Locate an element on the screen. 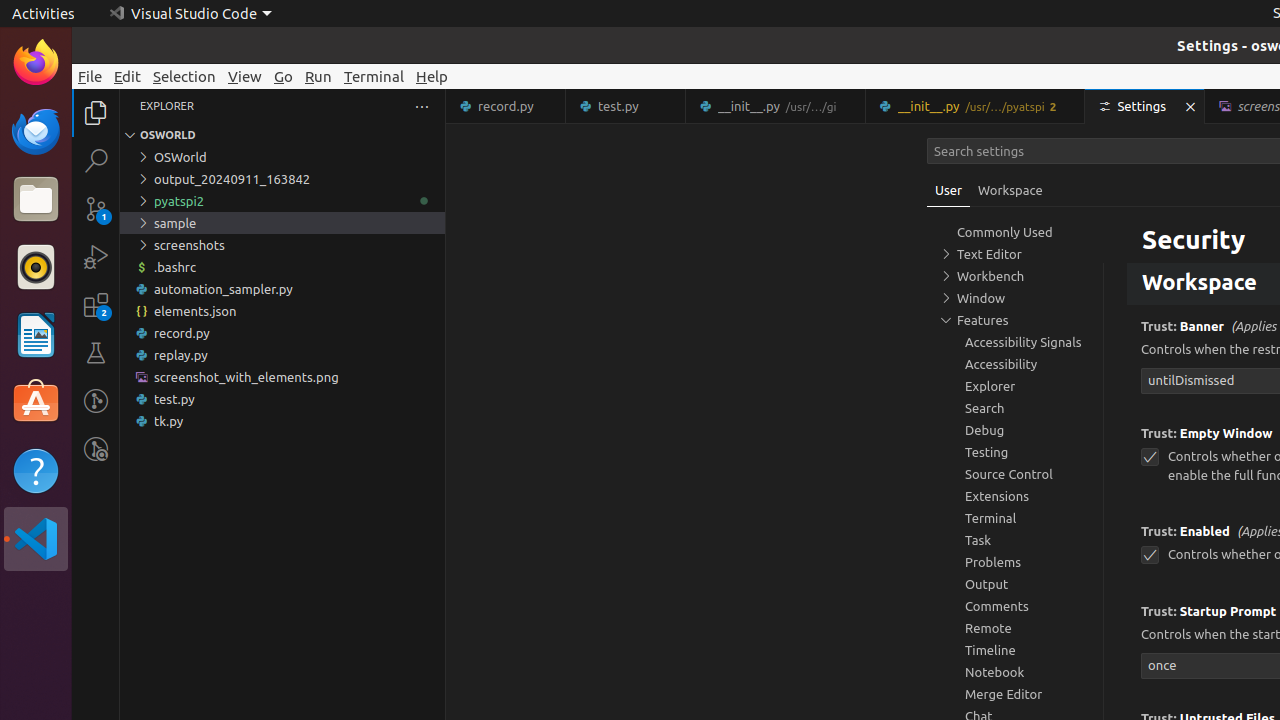  'Explorer Section: osworld' is located at coordinates (281, 135).